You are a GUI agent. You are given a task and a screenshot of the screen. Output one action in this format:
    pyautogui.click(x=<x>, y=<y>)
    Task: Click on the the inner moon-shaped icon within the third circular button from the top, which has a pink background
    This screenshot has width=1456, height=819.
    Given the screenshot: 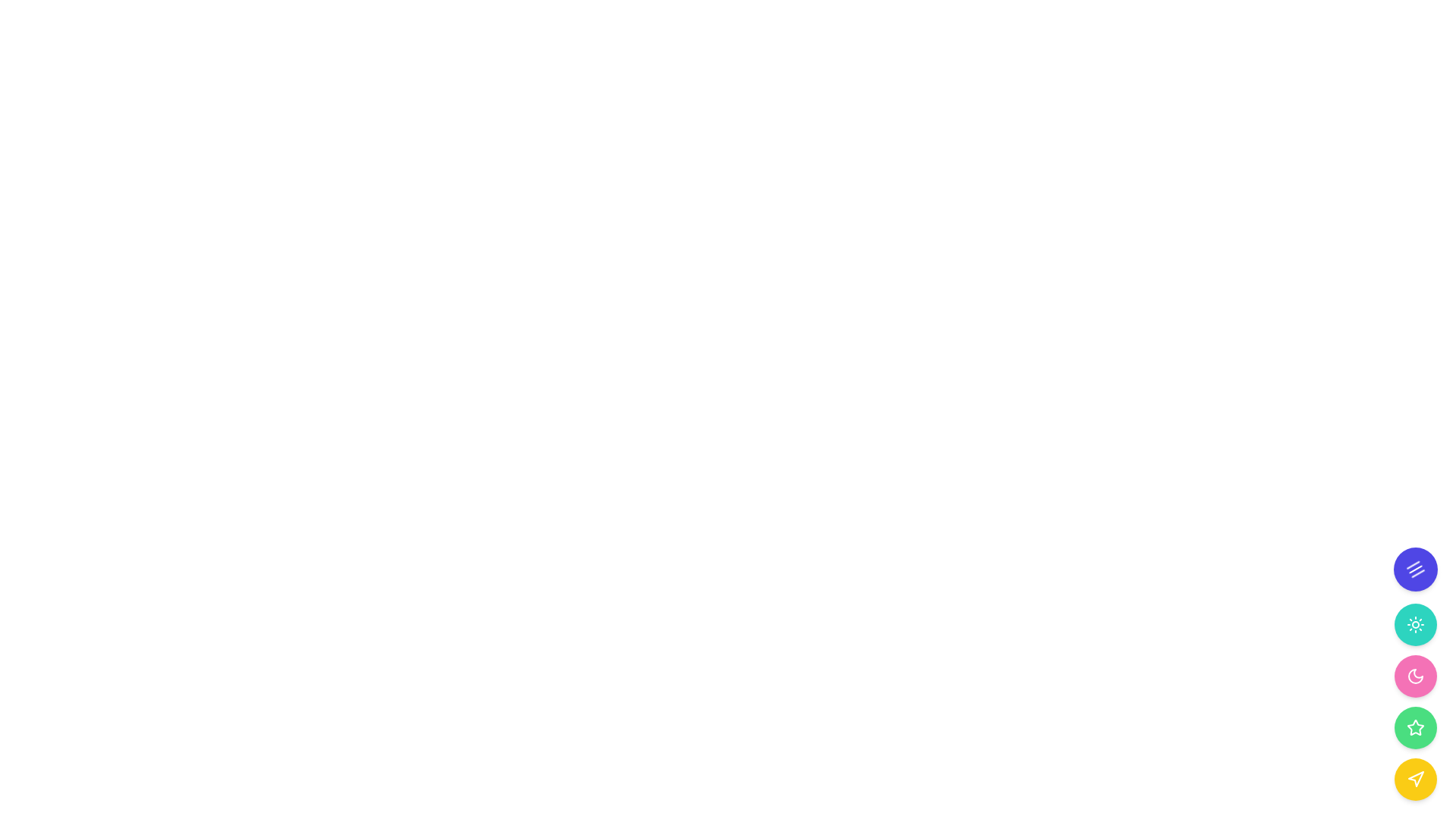 What is the action you would take?
    pyautogui.click(x=1415, y=675)
    